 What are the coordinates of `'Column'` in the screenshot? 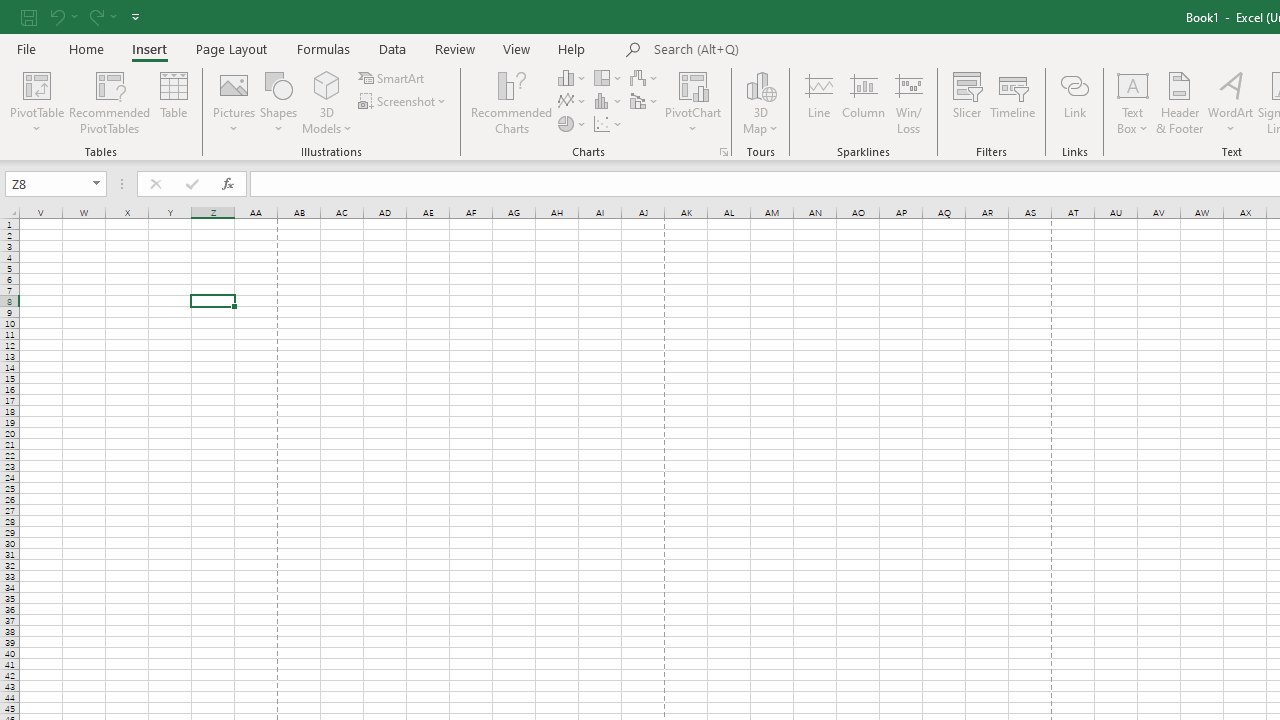 It's located at (864, 103).